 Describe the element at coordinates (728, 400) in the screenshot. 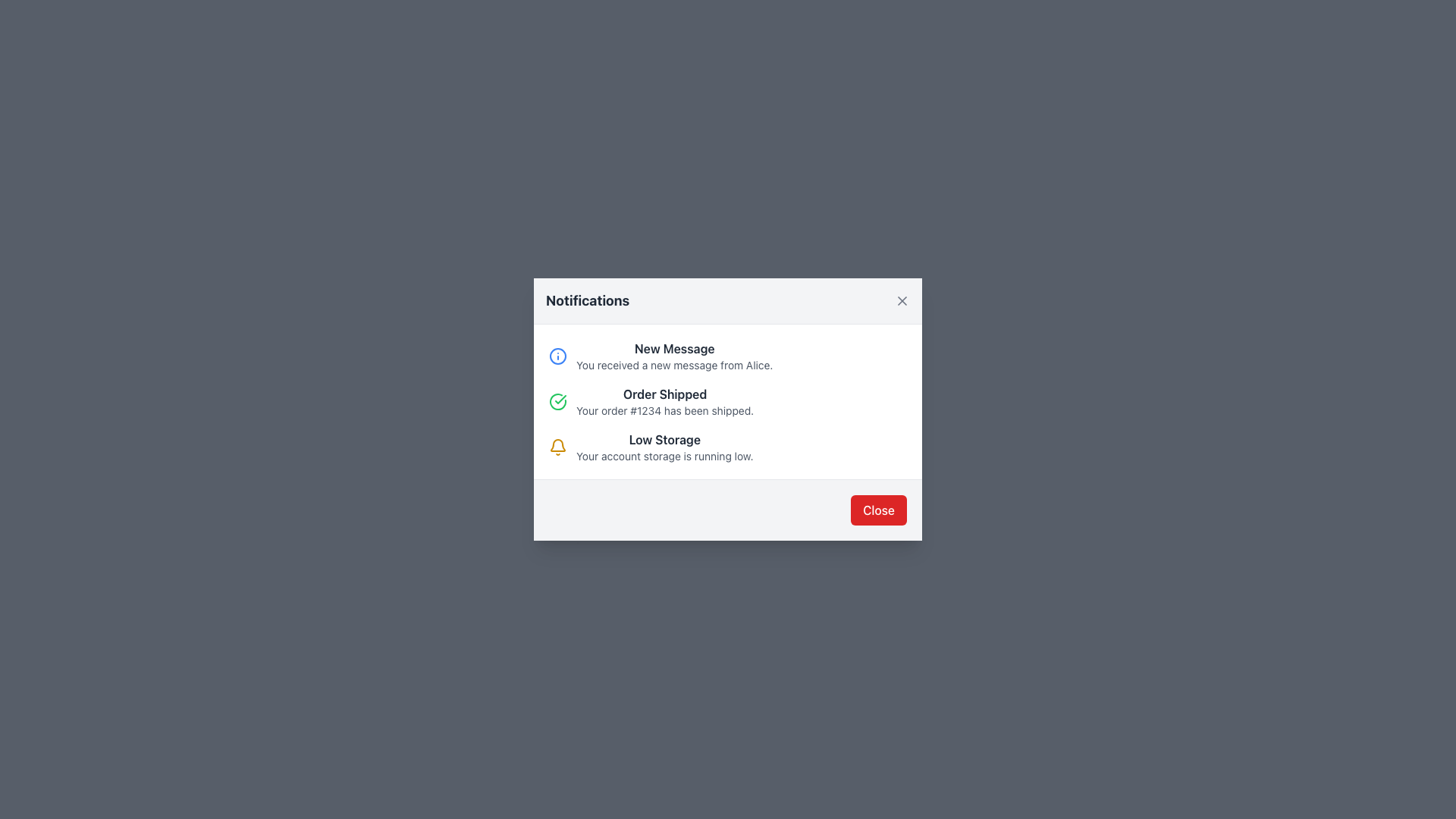

I see `the second notification item that informs the user their order #1234 has been shipped to acknowledge it` at that location.